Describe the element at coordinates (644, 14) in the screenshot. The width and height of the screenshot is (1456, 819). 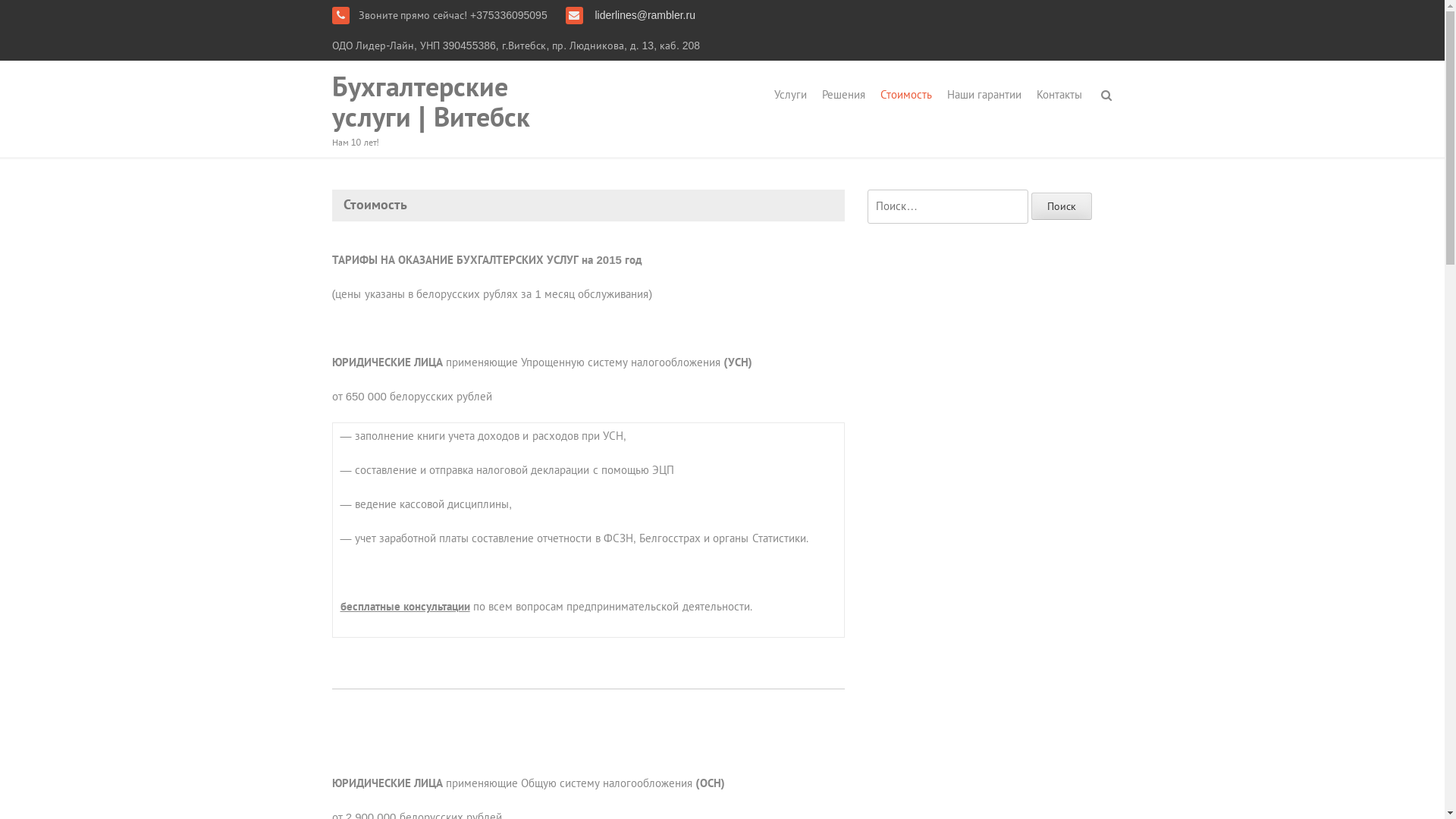
I see `'liderlines@rambler.ru'` at that location.